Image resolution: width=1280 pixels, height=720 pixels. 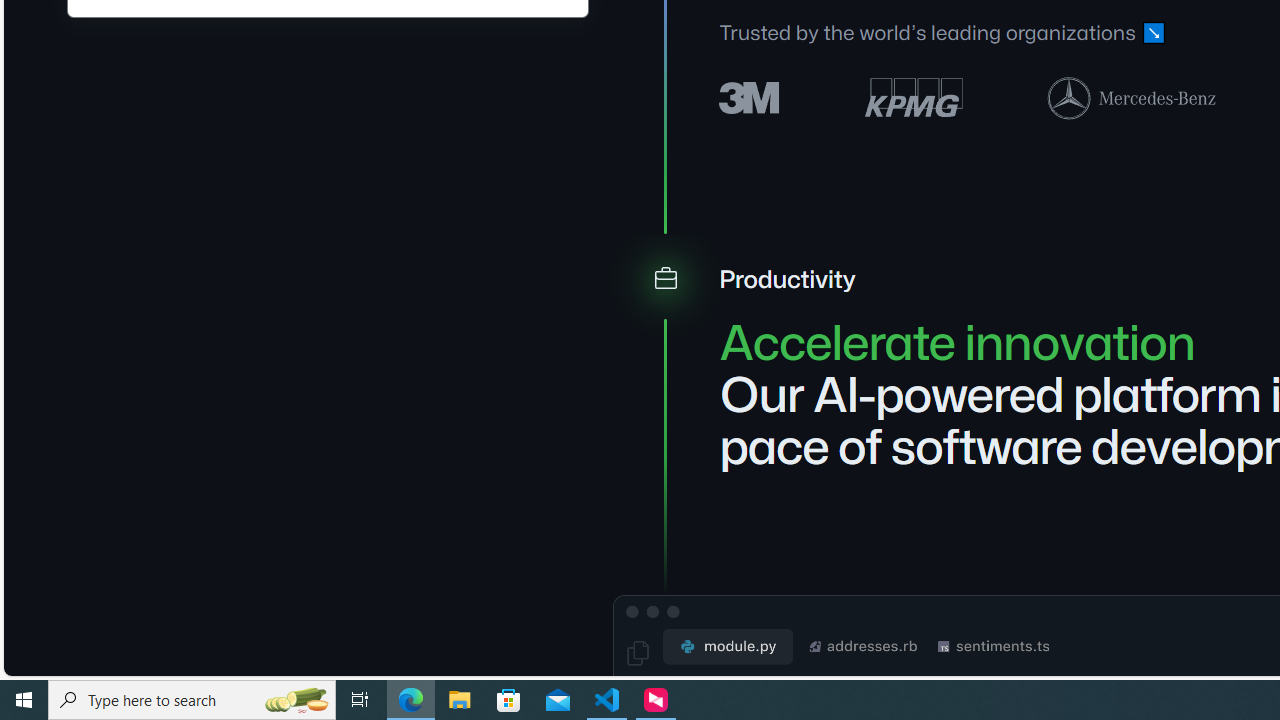 I want to click on 'Mercedes-Benz logo', so click(x=1132, y=97).